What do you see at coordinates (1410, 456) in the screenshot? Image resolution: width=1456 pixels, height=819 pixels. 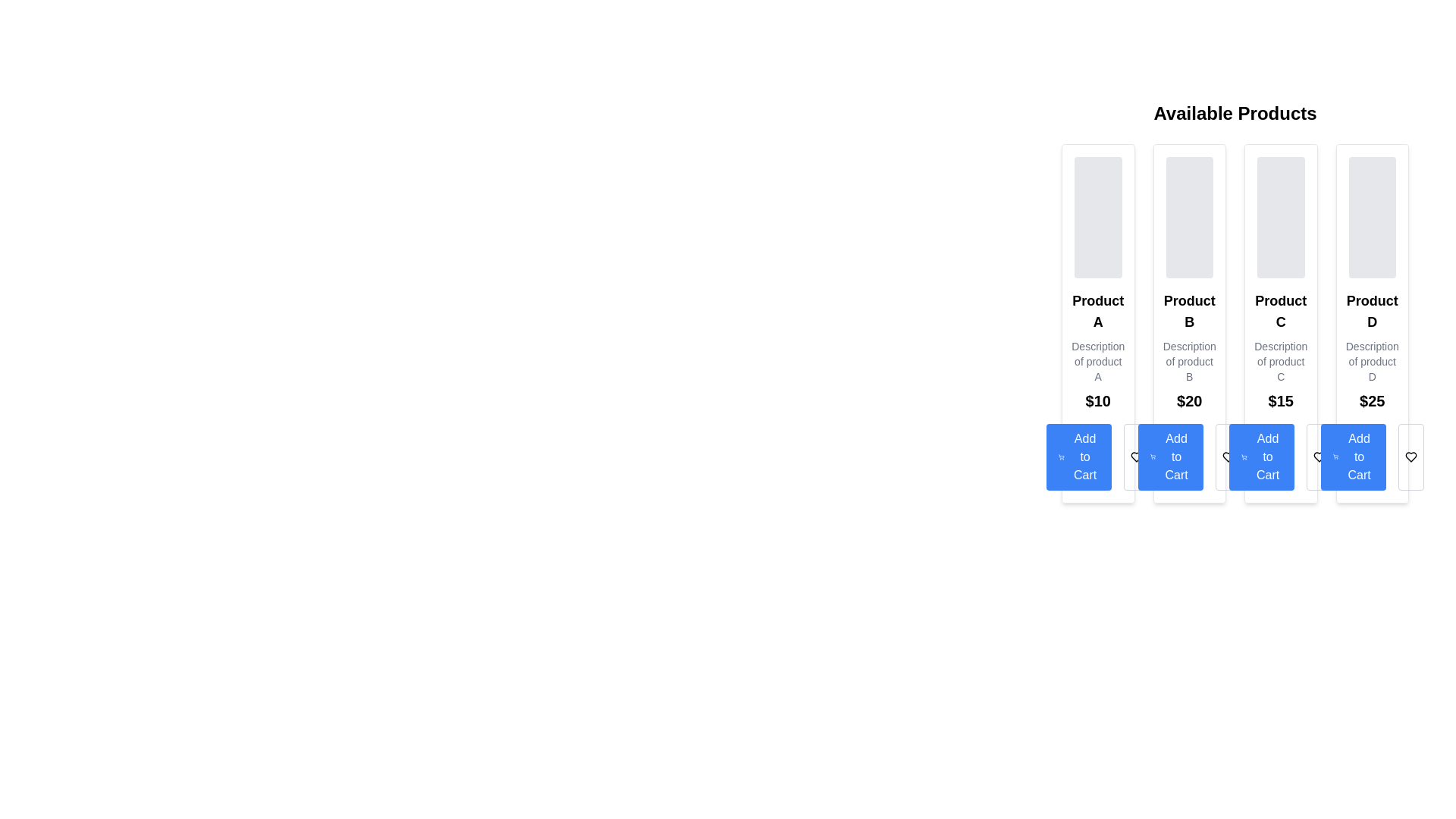 I see `the heart icon located to the left of the 'Add to Cart' button for Product D to mark it as a favorite` at bounding box center [1410, 456].